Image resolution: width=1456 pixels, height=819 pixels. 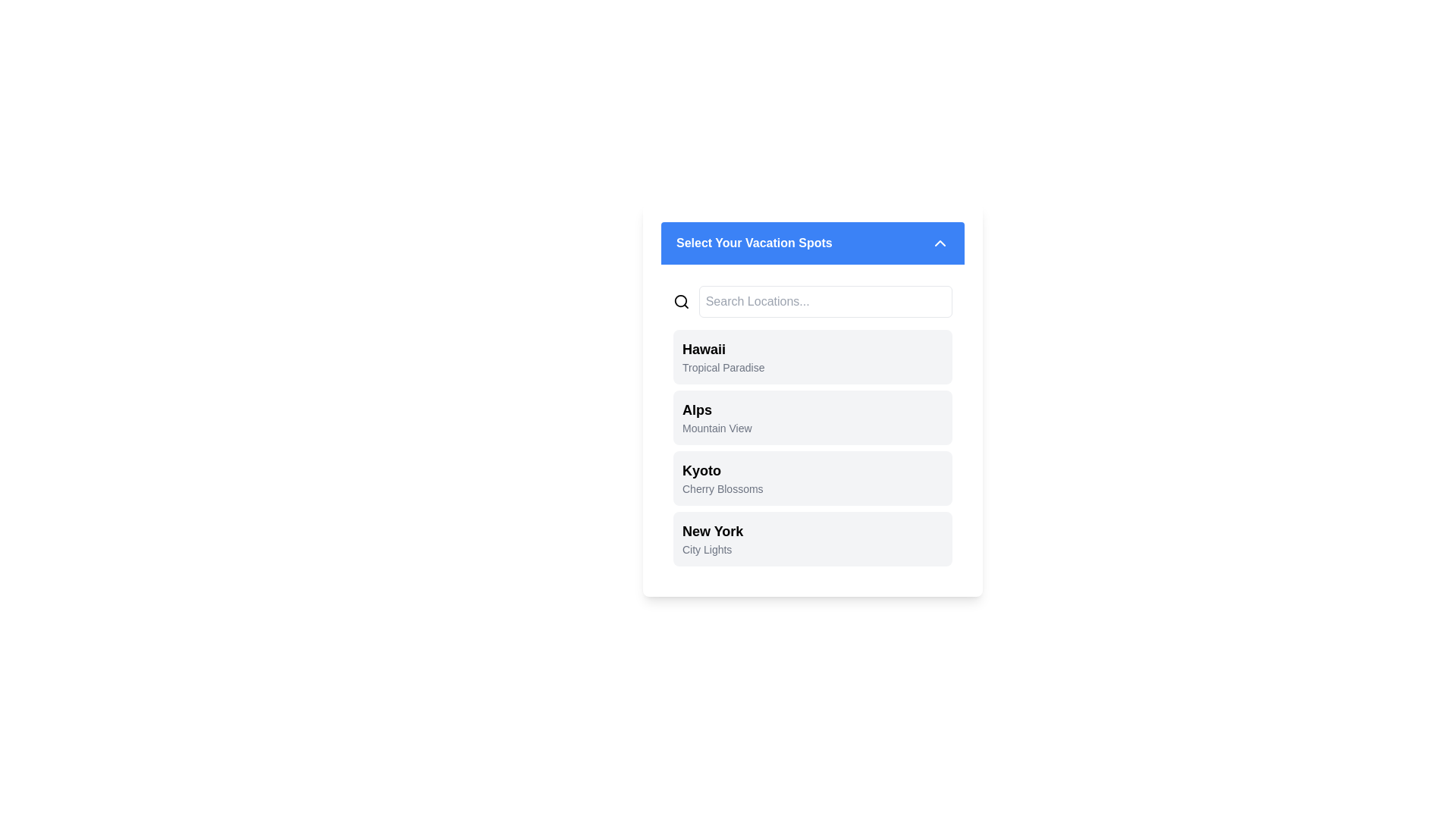 What do you see at coordinates (712, 550) in the screenshot?
I see `the text element displaying 'City Lights' located underneath the 'New York' title in a smaller, lighter font` at bounding box center [712, 550].